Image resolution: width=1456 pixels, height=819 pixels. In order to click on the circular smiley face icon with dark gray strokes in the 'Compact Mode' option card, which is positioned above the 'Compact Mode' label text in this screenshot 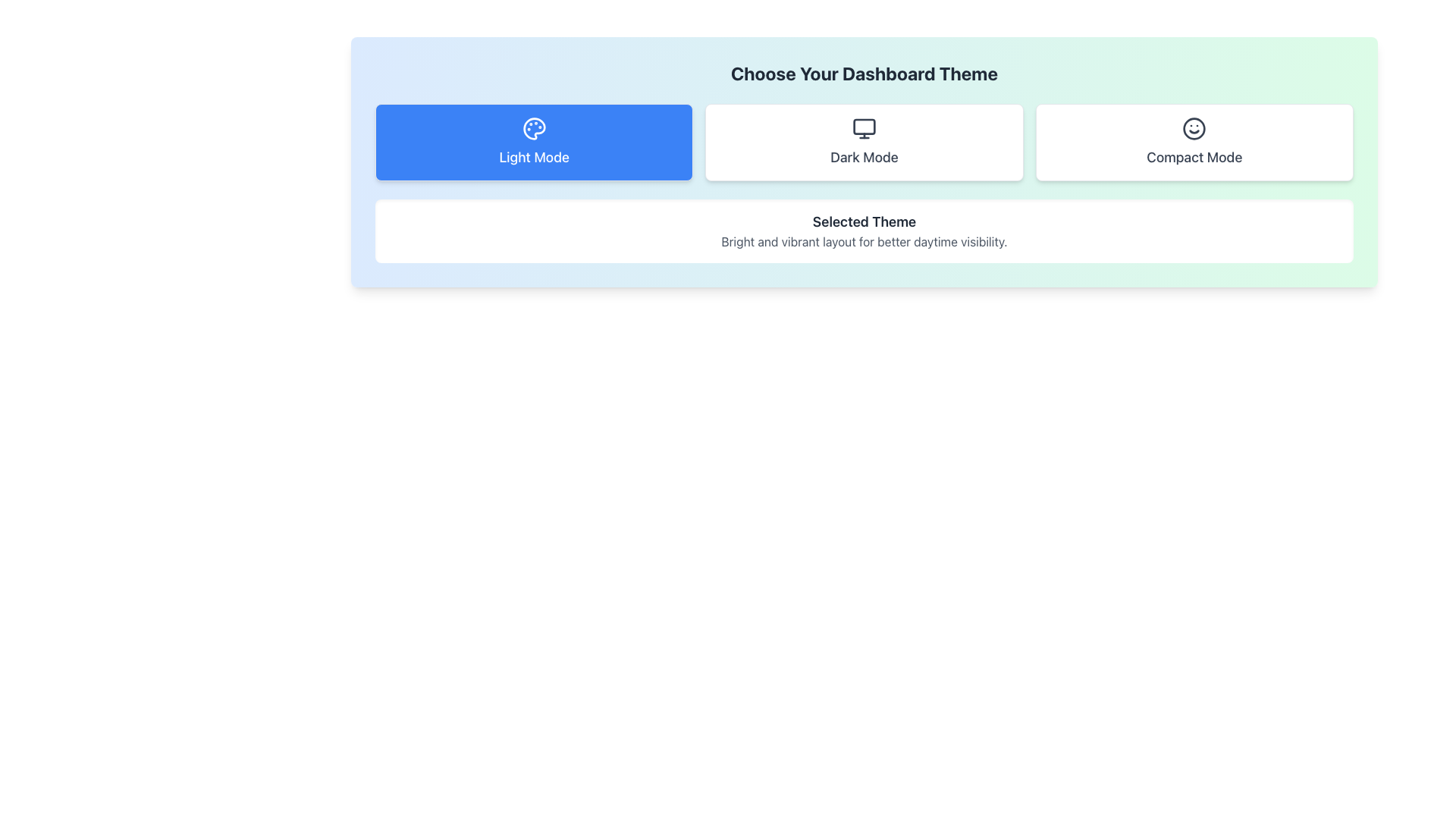, I will do `click(1194, 127)`.